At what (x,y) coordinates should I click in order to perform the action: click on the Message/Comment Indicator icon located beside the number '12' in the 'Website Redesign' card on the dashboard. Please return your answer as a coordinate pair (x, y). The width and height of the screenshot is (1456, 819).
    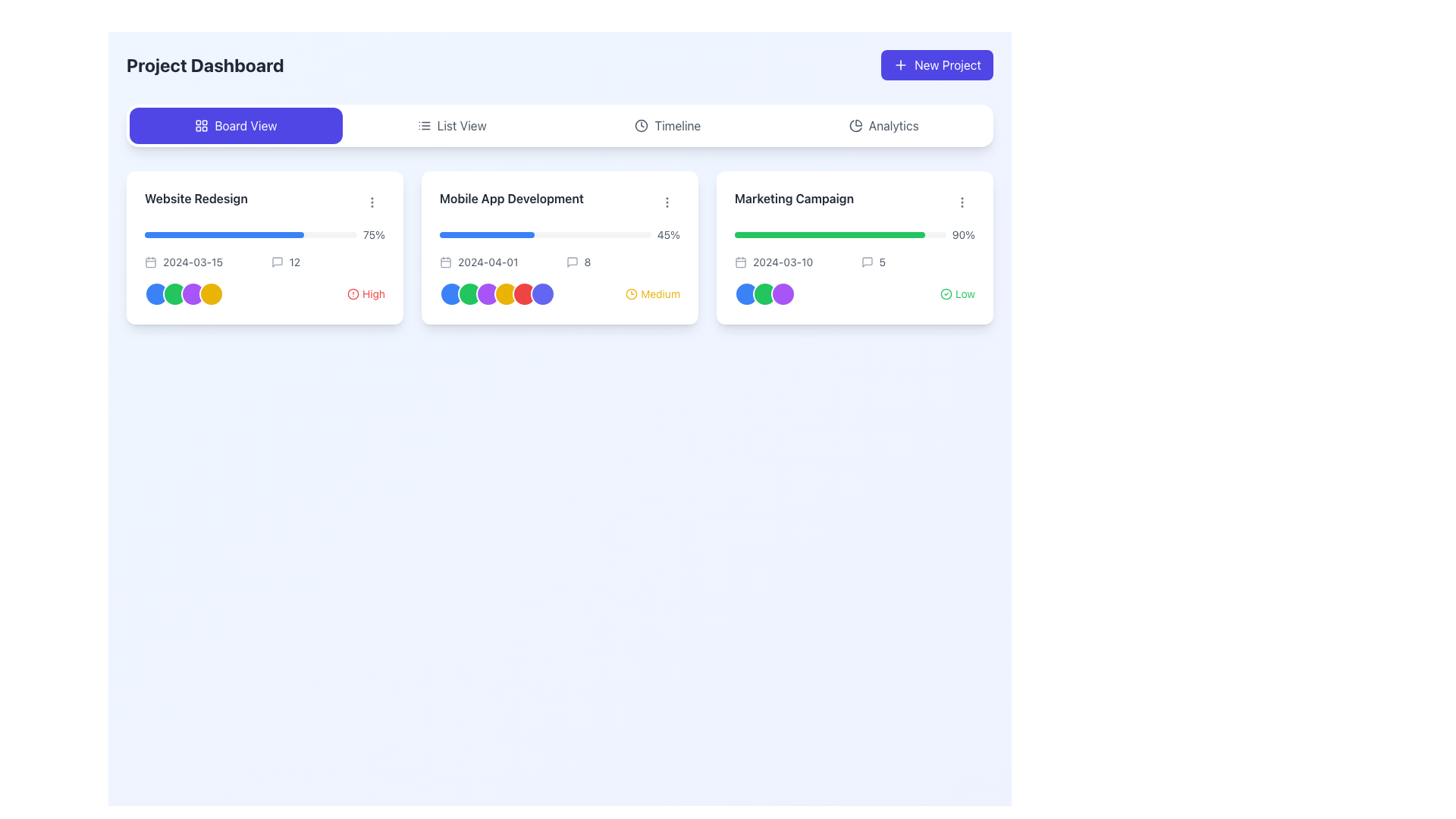
    Looking at the image, I should click on (277, 262).